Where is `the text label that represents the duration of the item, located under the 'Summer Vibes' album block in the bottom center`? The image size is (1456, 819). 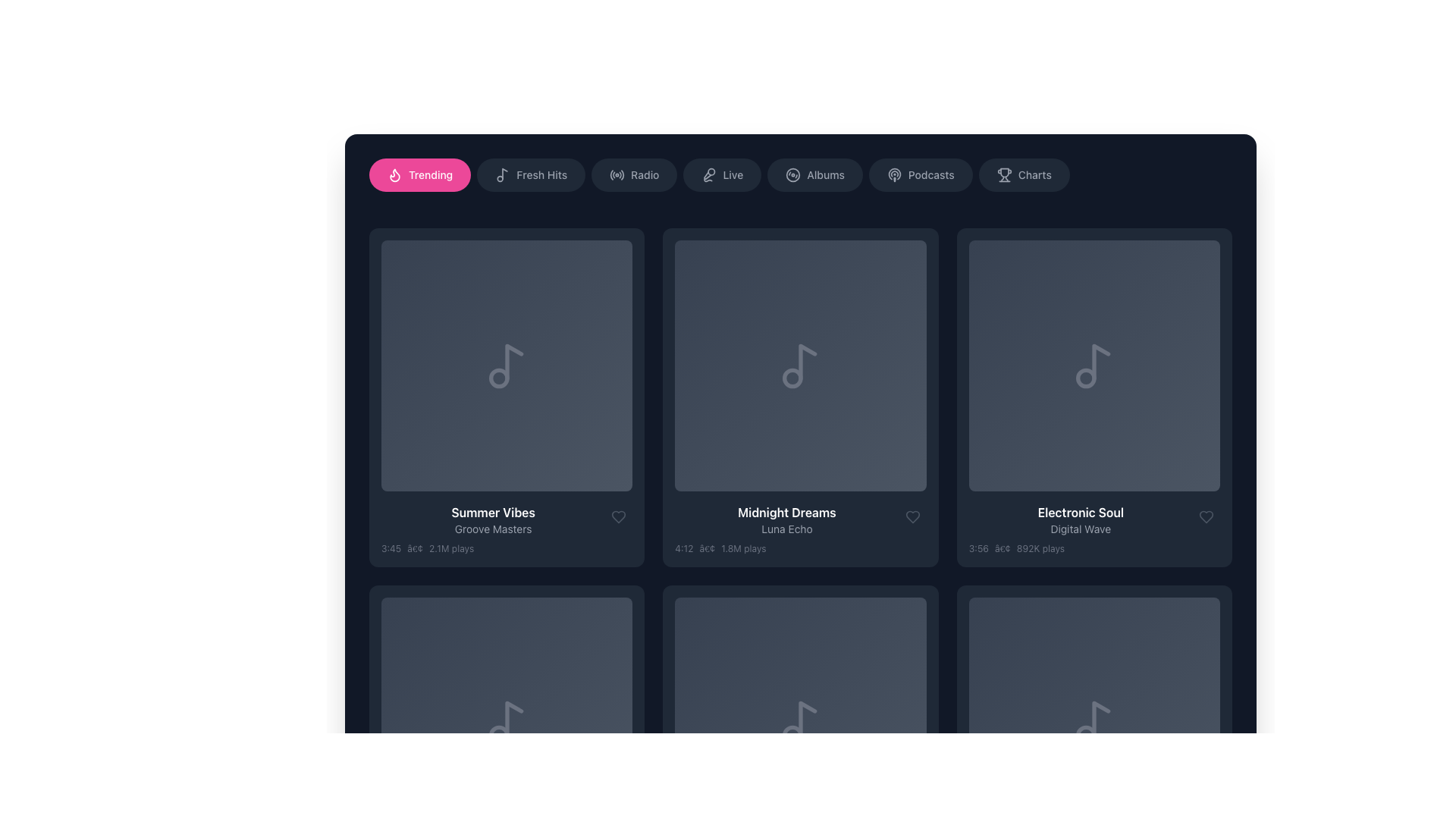
the text label that represents the duration of the item, located under the 'Summer Vibes' album block in the bottom center is located at coordinates (391, 549).